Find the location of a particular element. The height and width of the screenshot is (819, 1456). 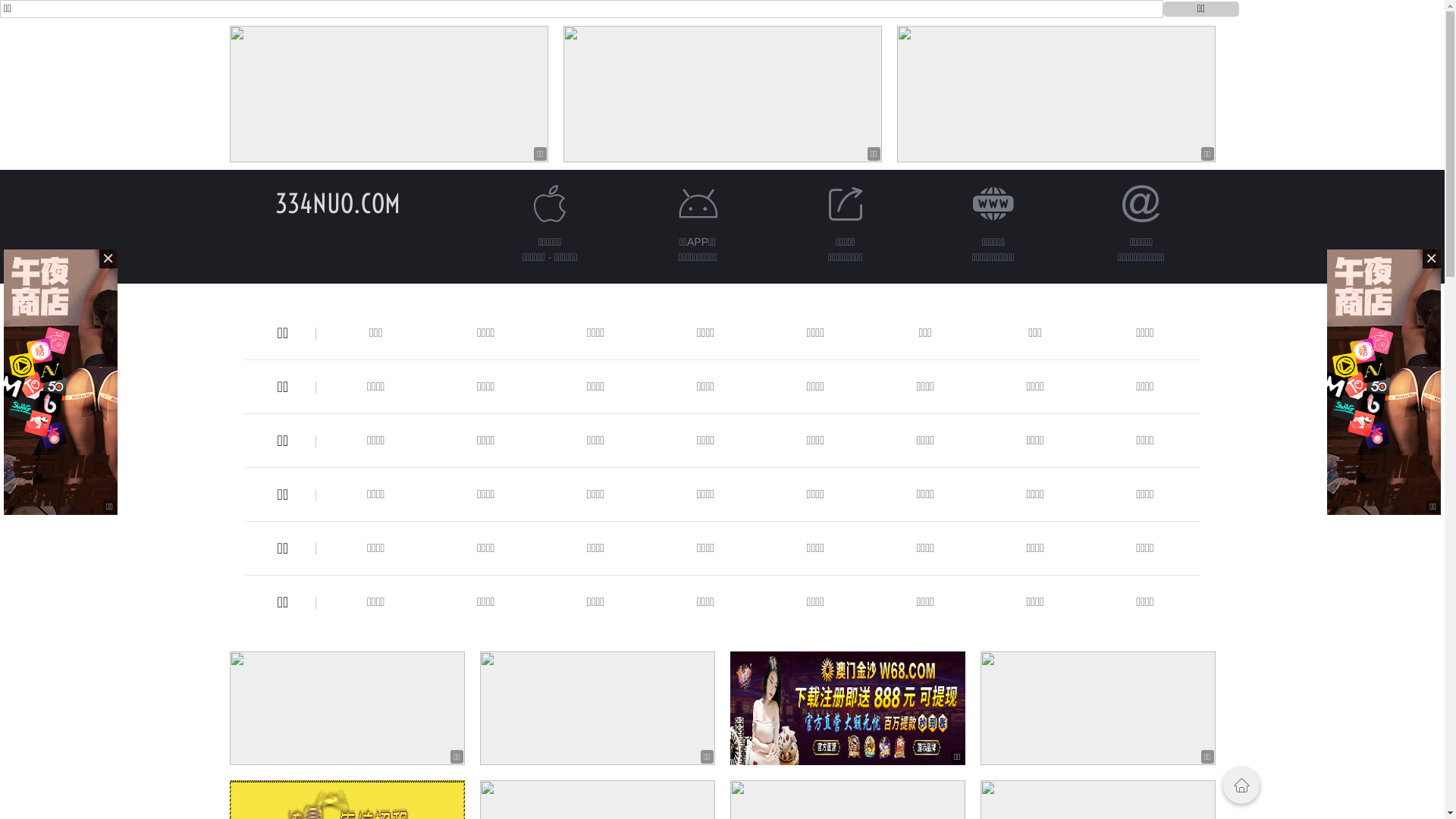

'334NUO.COM' is located at coordinates (275, 202).